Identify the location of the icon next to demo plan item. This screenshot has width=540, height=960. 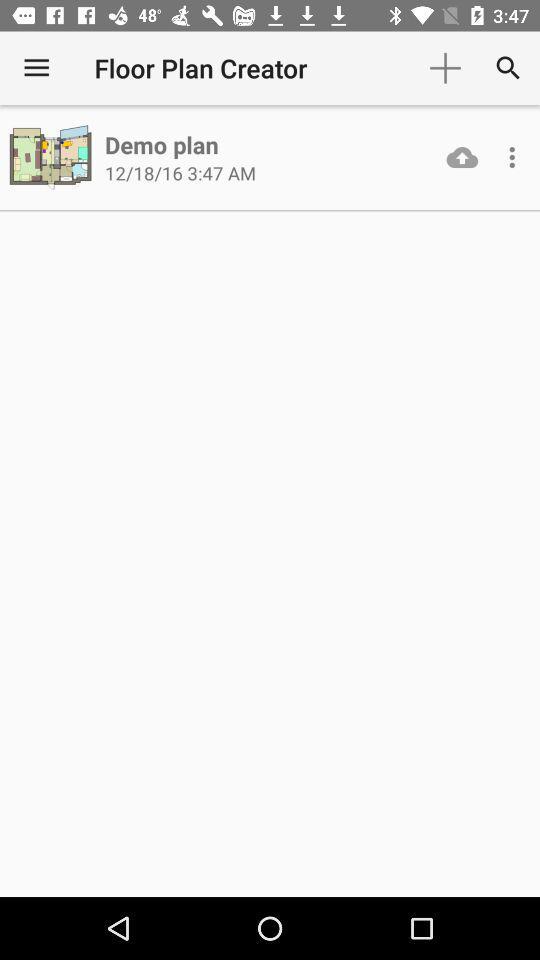
(52, 156).